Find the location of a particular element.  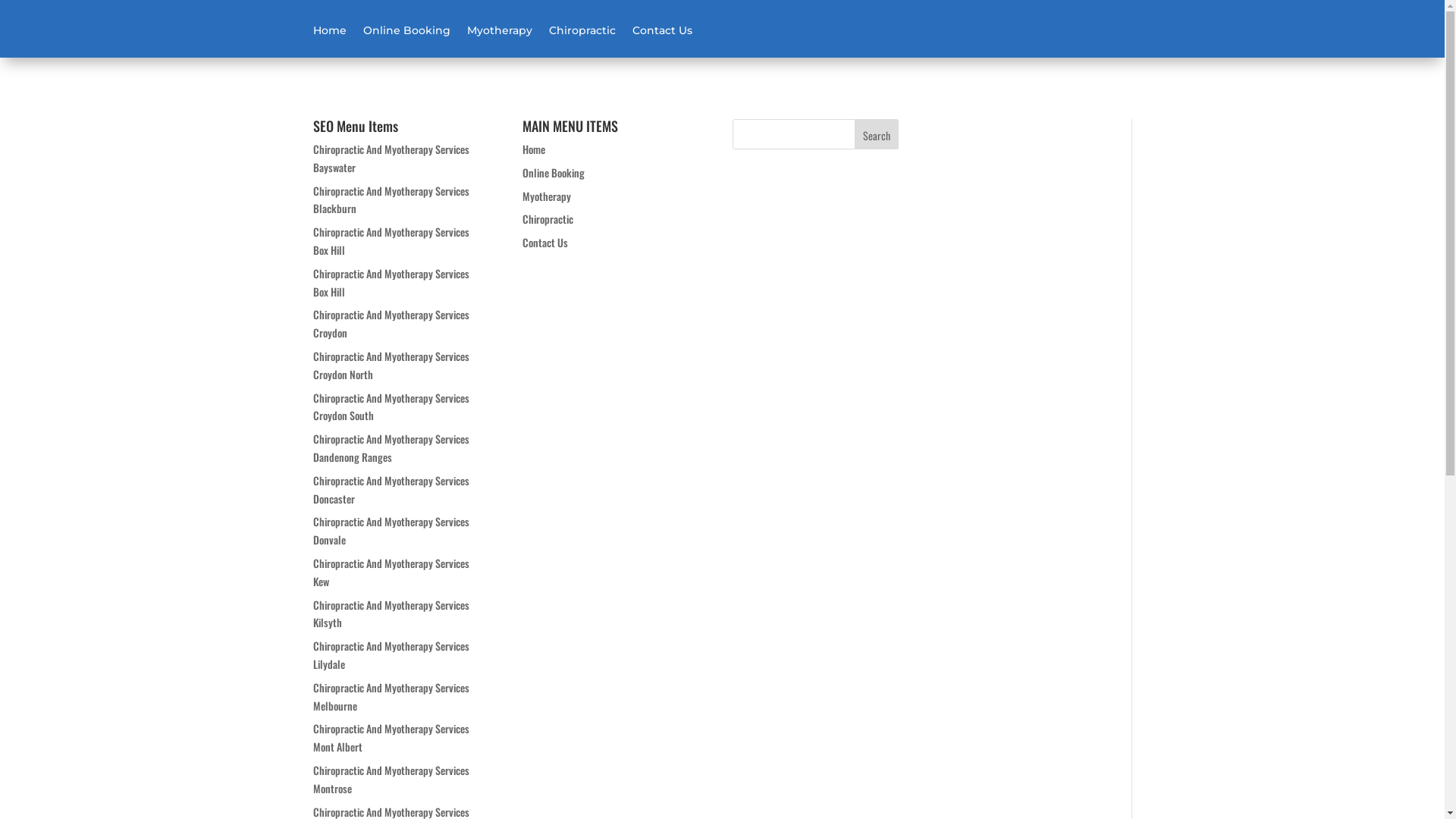

'Chiropractic And Myotherapy Services Doncaster' is located at coordinates (312, 489).